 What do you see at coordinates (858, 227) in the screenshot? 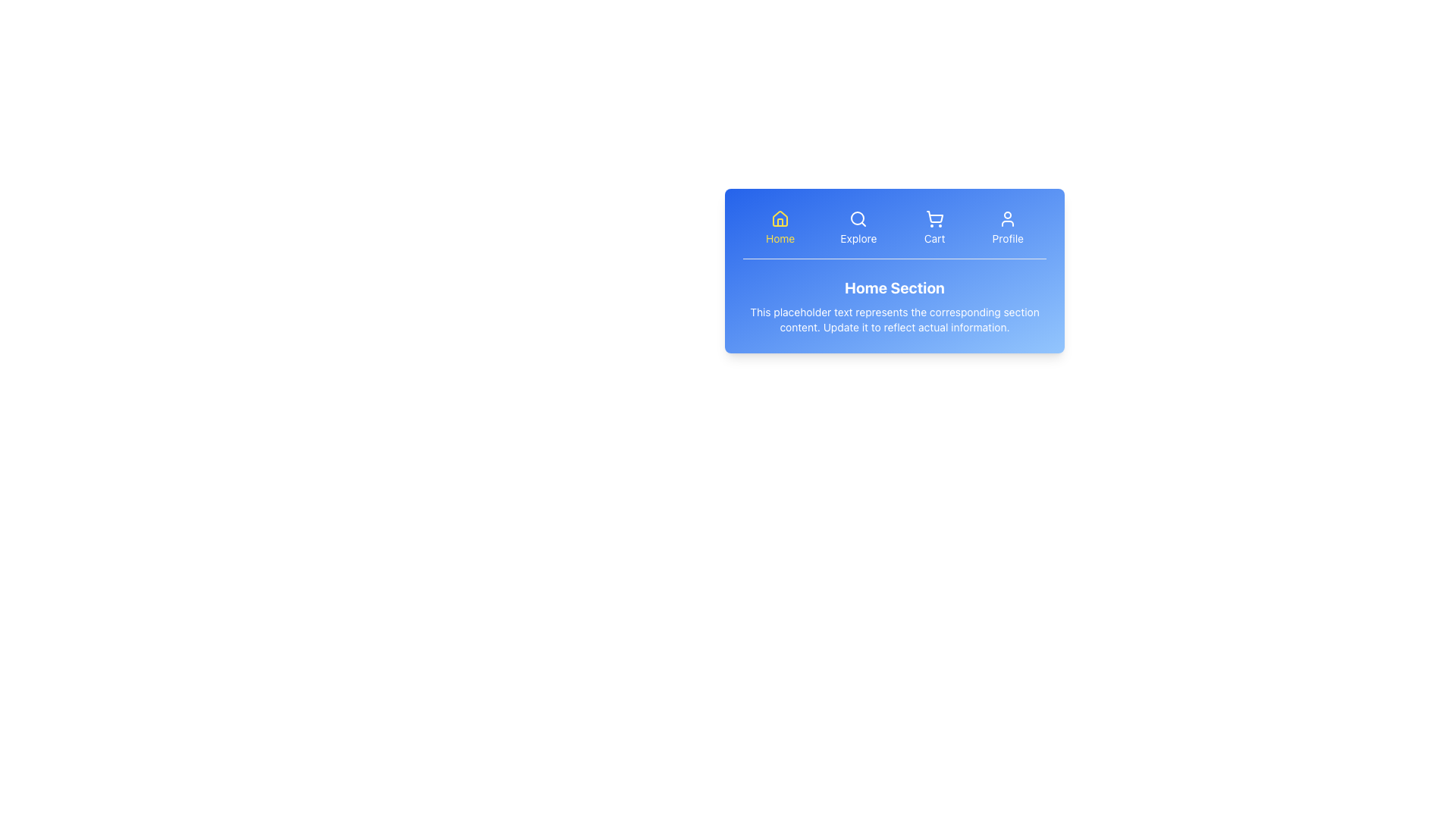
I see `the Navigation Button labeled 'Explore', which features a magnifying glass icon and a blue background` at bounding box center [858, 227].